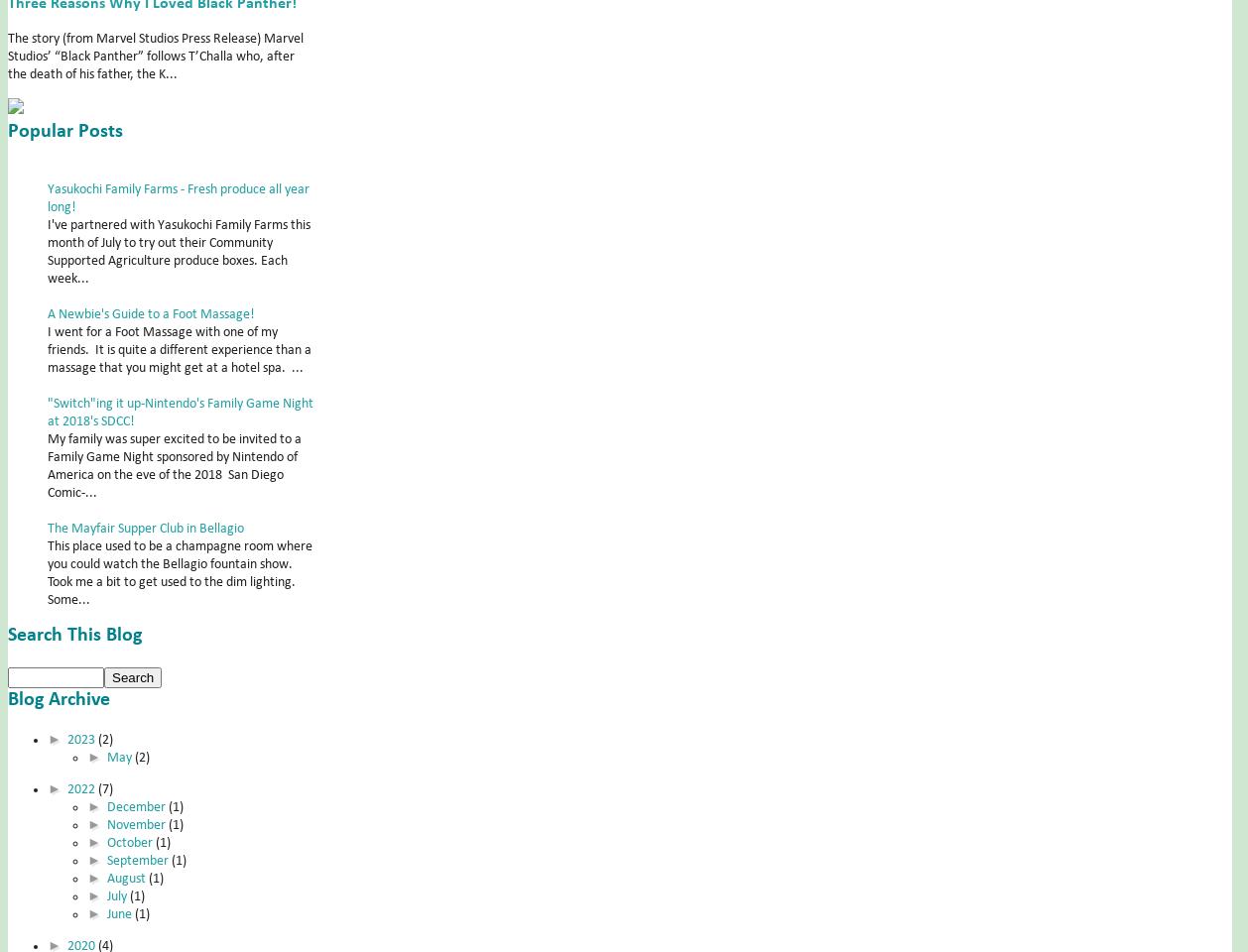 Image resolution: width=1248 pixels, height=952 pixels. Describe the element at coordinates (74, 634) in the screenshot. I see `'Search This Blog'` at that location.